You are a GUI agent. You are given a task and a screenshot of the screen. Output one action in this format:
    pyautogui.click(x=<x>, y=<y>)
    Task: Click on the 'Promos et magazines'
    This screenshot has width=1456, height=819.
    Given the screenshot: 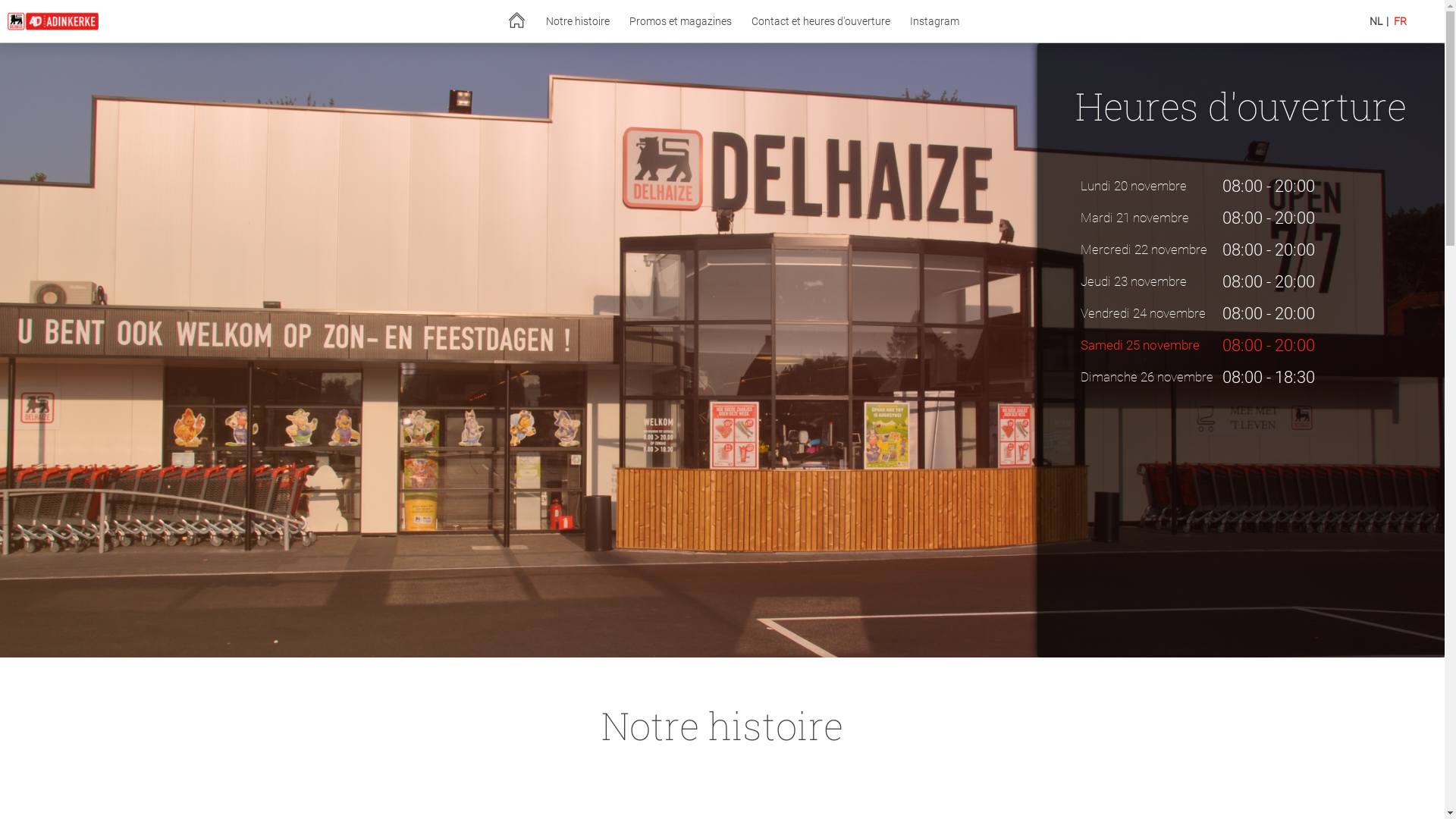 What is the action you would take?
    pyautogui.click(x=679, y=20)
    